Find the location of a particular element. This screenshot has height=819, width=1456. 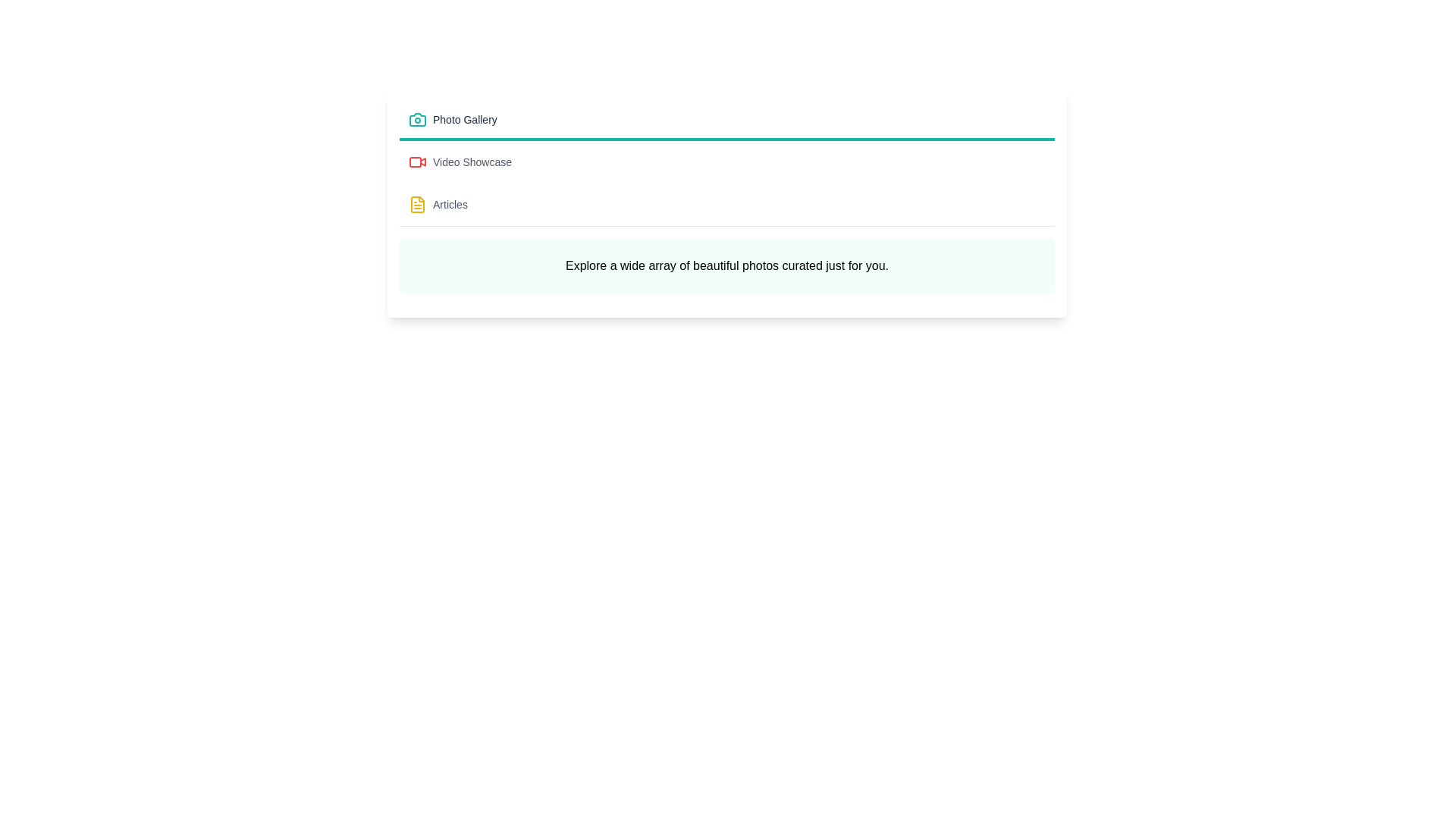

the tab corresponding to Video Showcase is located at coordinates (726, 164).